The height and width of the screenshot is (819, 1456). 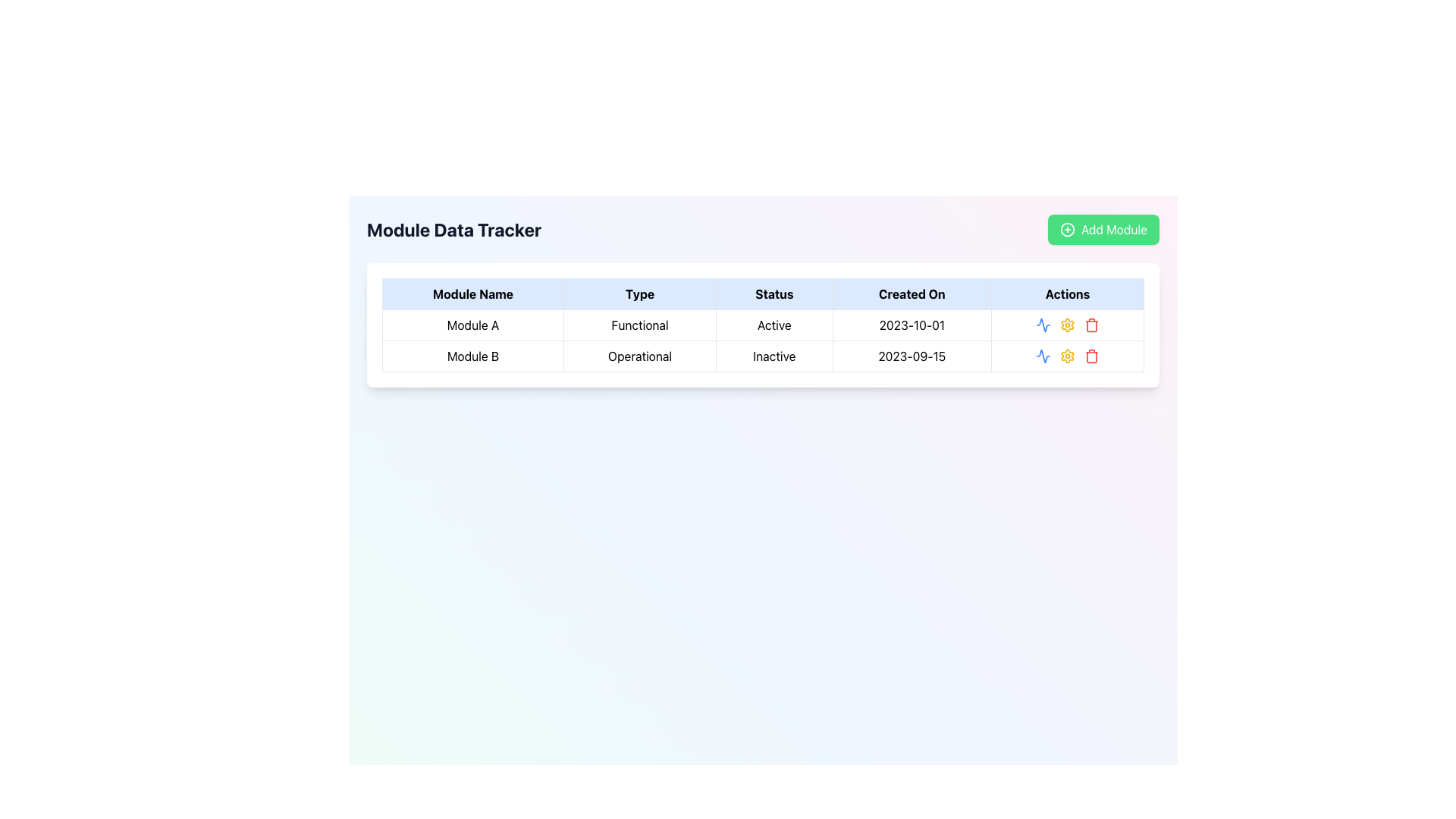 I want to click on the header cell labeled 'Type' in the table, which has a light blue background and black bold text, located between 'Module Name' and 'Status', so click(x=640, y=294).